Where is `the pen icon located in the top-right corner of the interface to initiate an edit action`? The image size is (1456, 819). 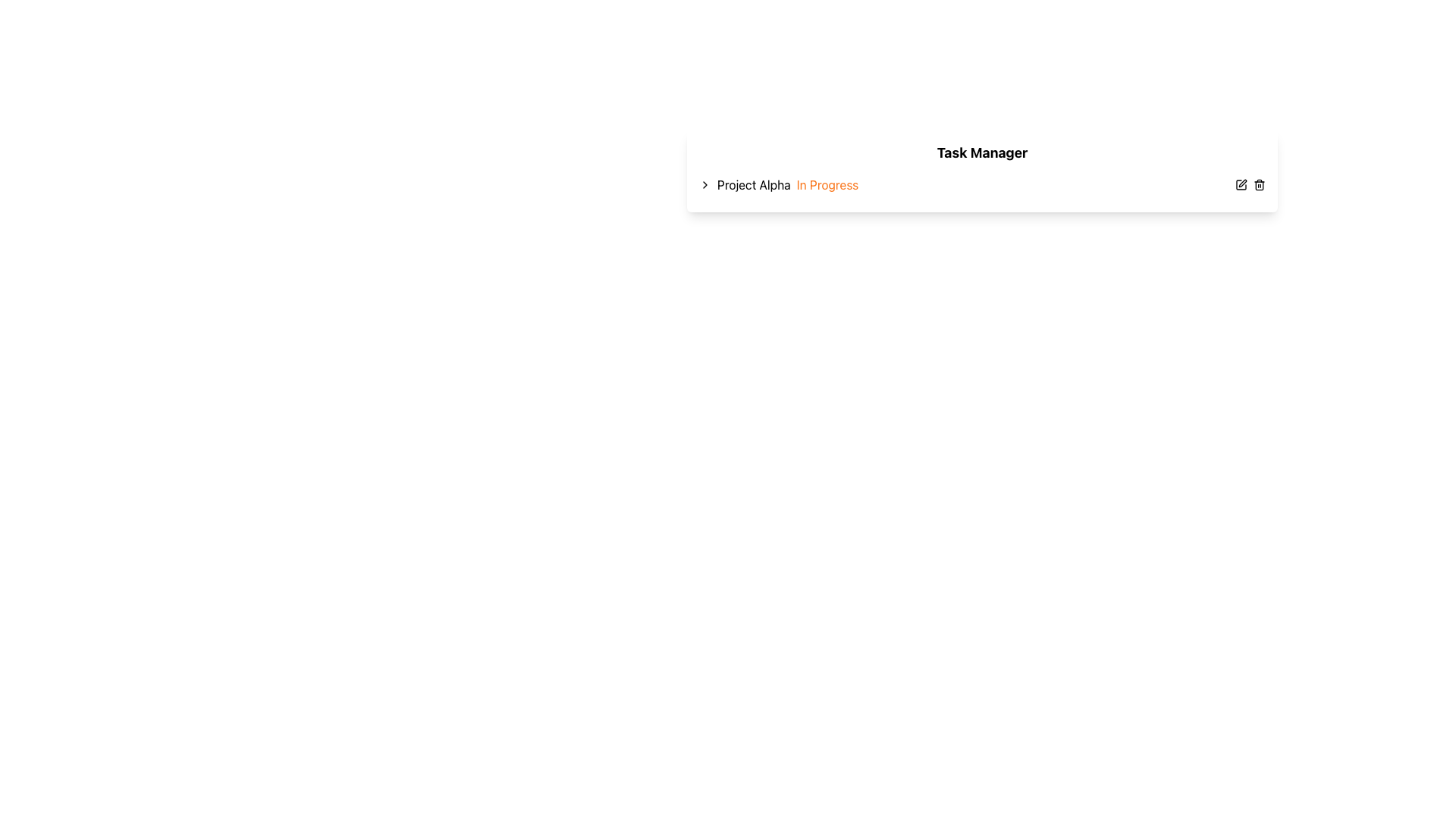
the pen icon located in the top-right corner of the interface to initiate an edit action is located at coordinates (1242, 183).